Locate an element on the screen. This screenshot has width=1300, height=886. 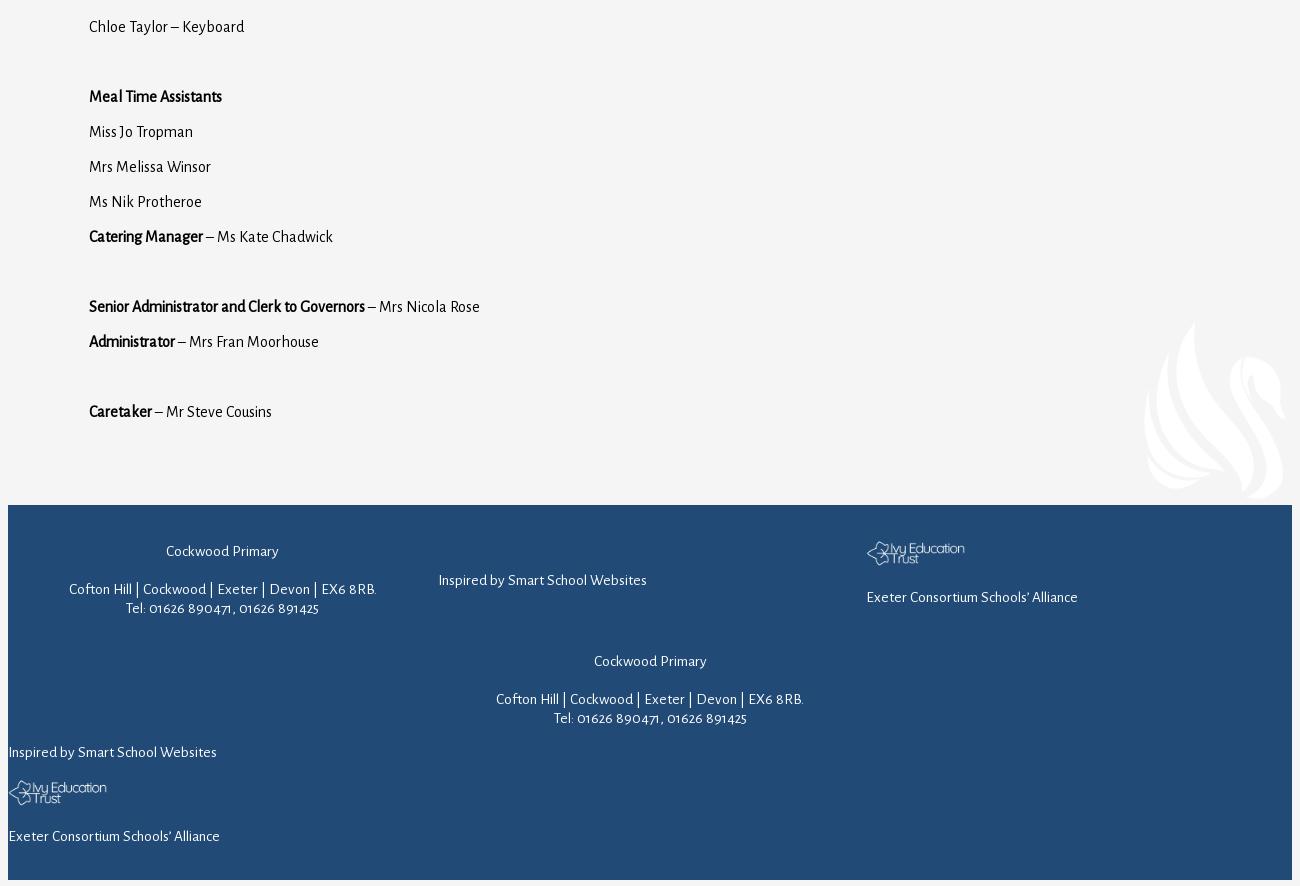
'Ms Nik Protheroe' is located at coordinates (144, 201).